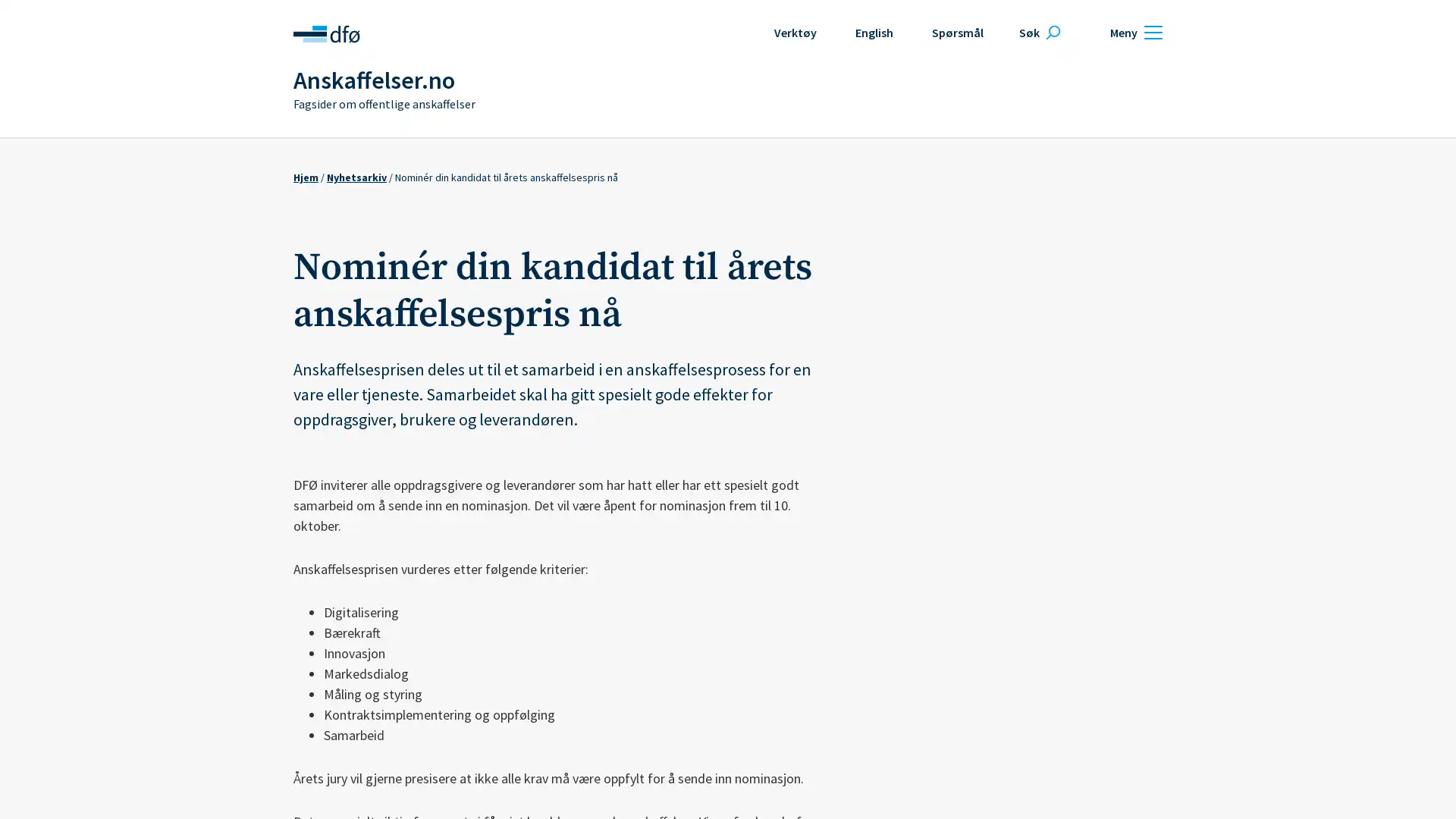  What do you see at coordinates (1037, 32) in the screenshot?
I see `Sk` at bounding box center [1037, 32].